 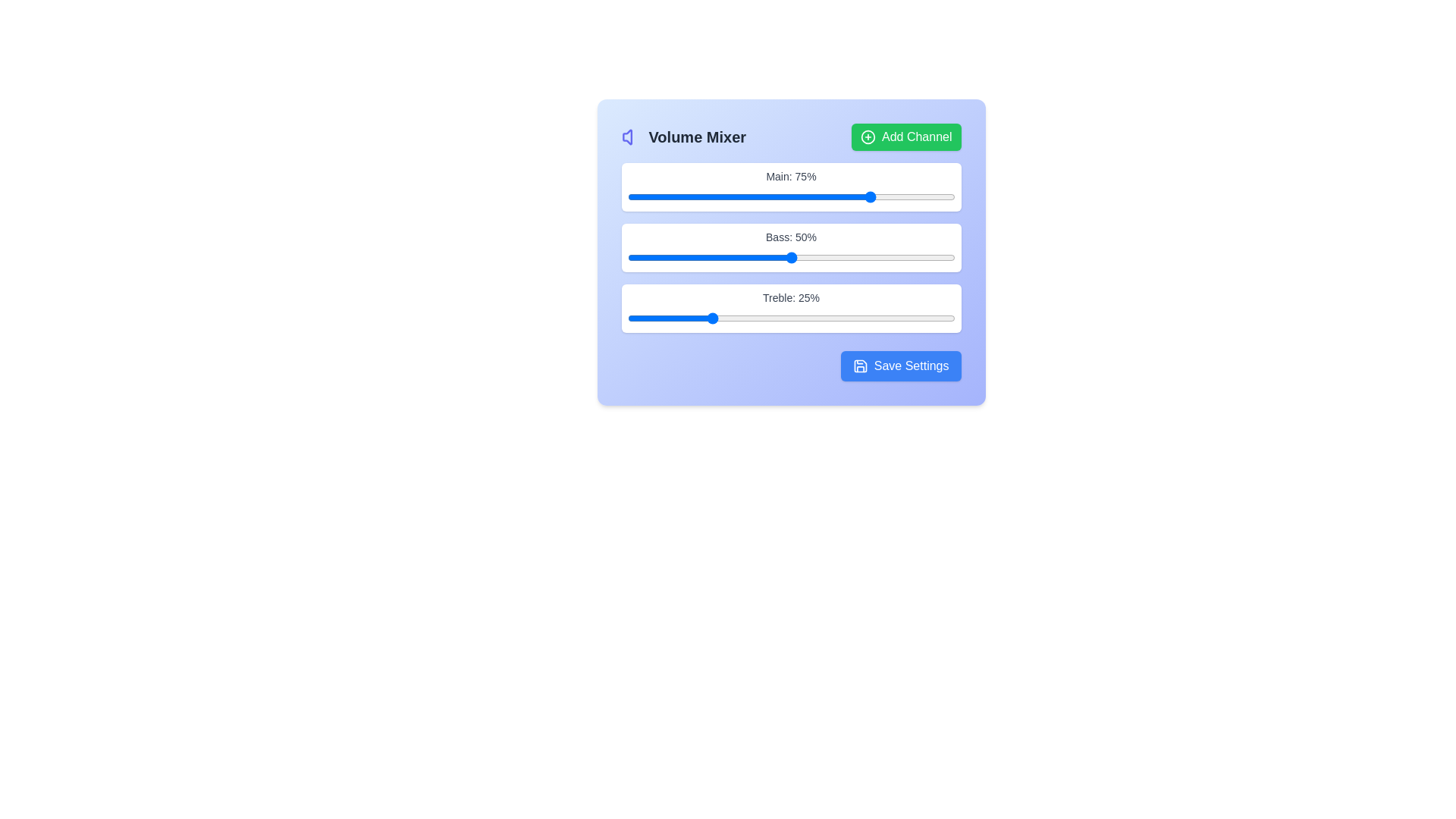 What do you see at coordinates (660, 256) in the screenshot?
I see `the bass level` at bounding box center [660, 256].